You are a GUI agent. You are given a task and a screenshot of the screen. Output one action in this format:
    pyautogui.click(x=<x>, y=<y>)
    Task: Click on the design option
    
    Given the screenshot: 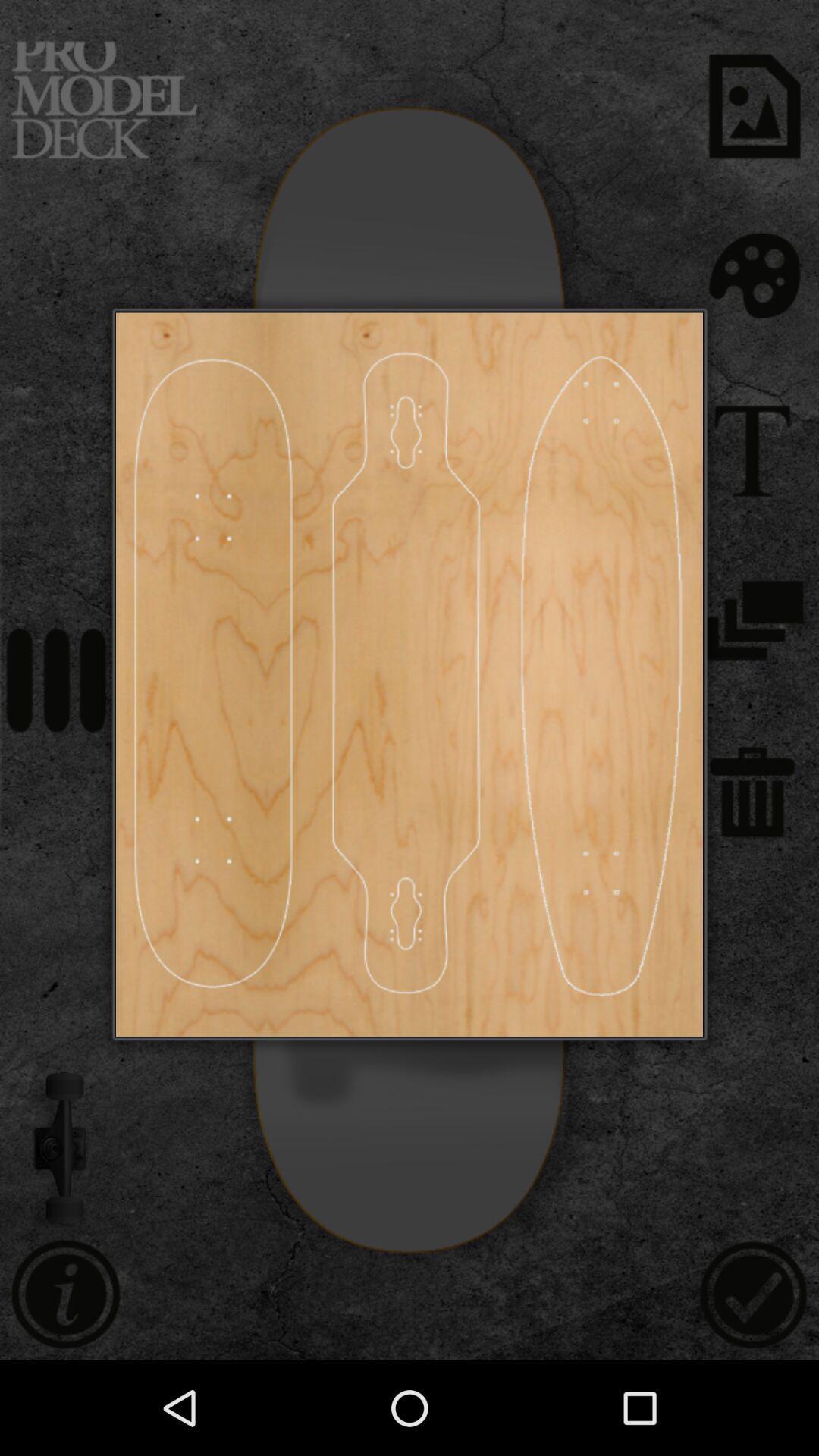 What is the action you would take?
    pyautogui.click(x=406, y=673)
    